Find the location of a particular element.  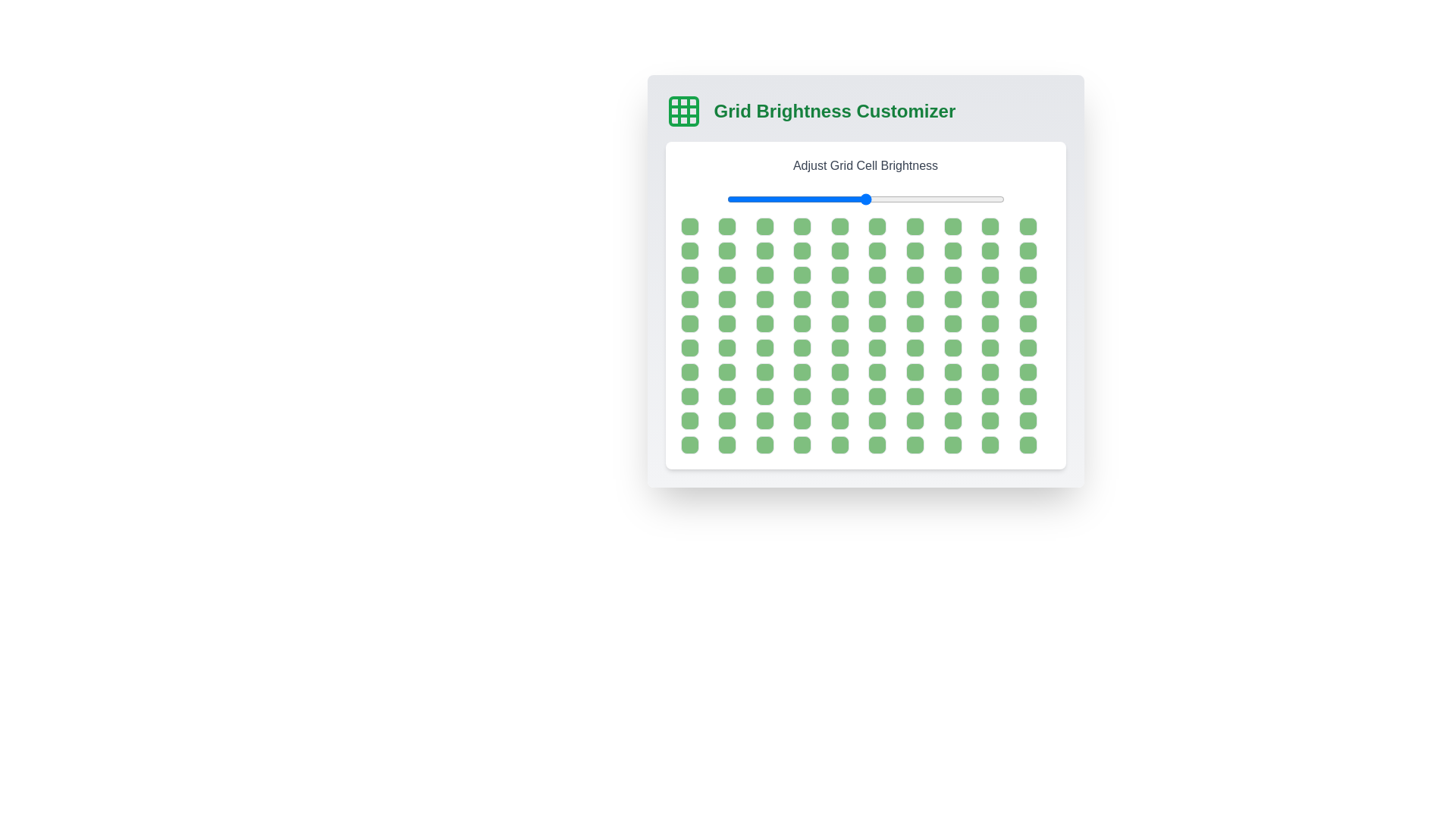

the brightness slider to 7% is located at coordinates (746, 198).